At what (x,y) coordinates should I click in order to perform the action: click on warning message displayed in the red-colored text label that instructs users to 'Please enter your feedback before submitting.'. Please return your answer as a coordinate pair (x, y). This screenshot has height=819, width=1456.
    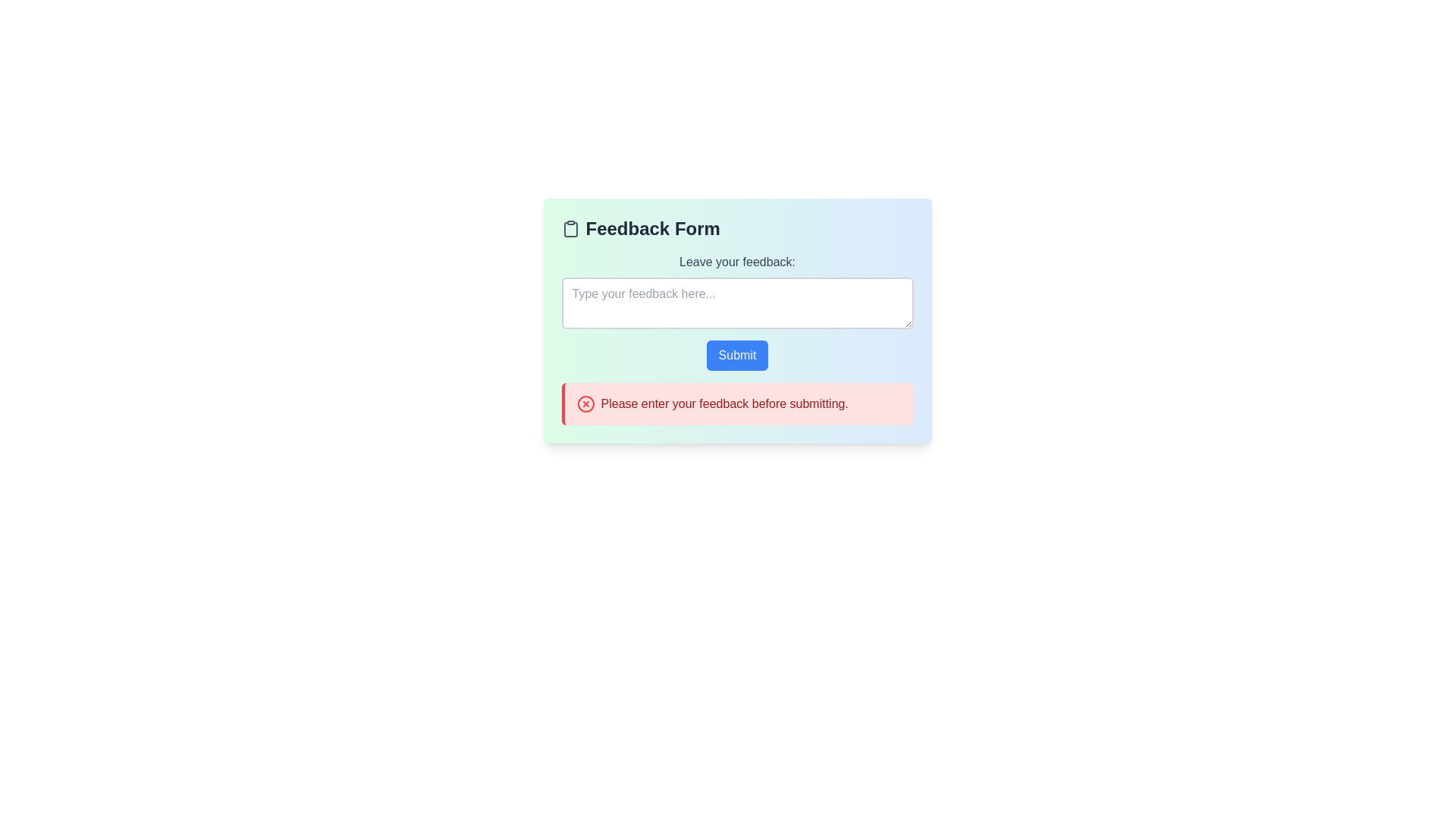
    Looking at the image, I should click on (723, 403).